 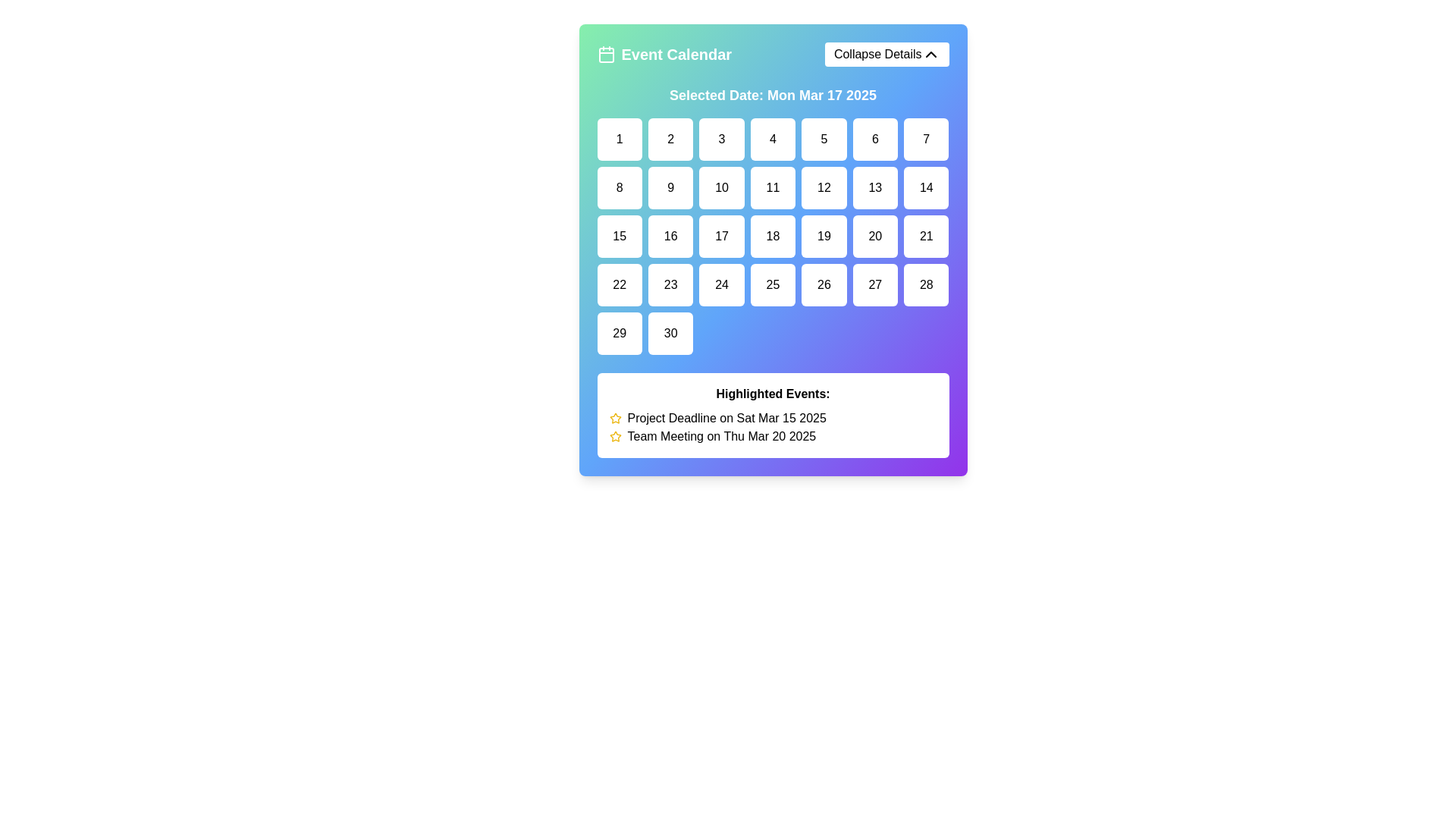 I want to click on the 'Team Meeting' text label in the 'Highlighted Events' section, which displays the date 'Thu Mar 20 2025.', so click(x=773, y=436).